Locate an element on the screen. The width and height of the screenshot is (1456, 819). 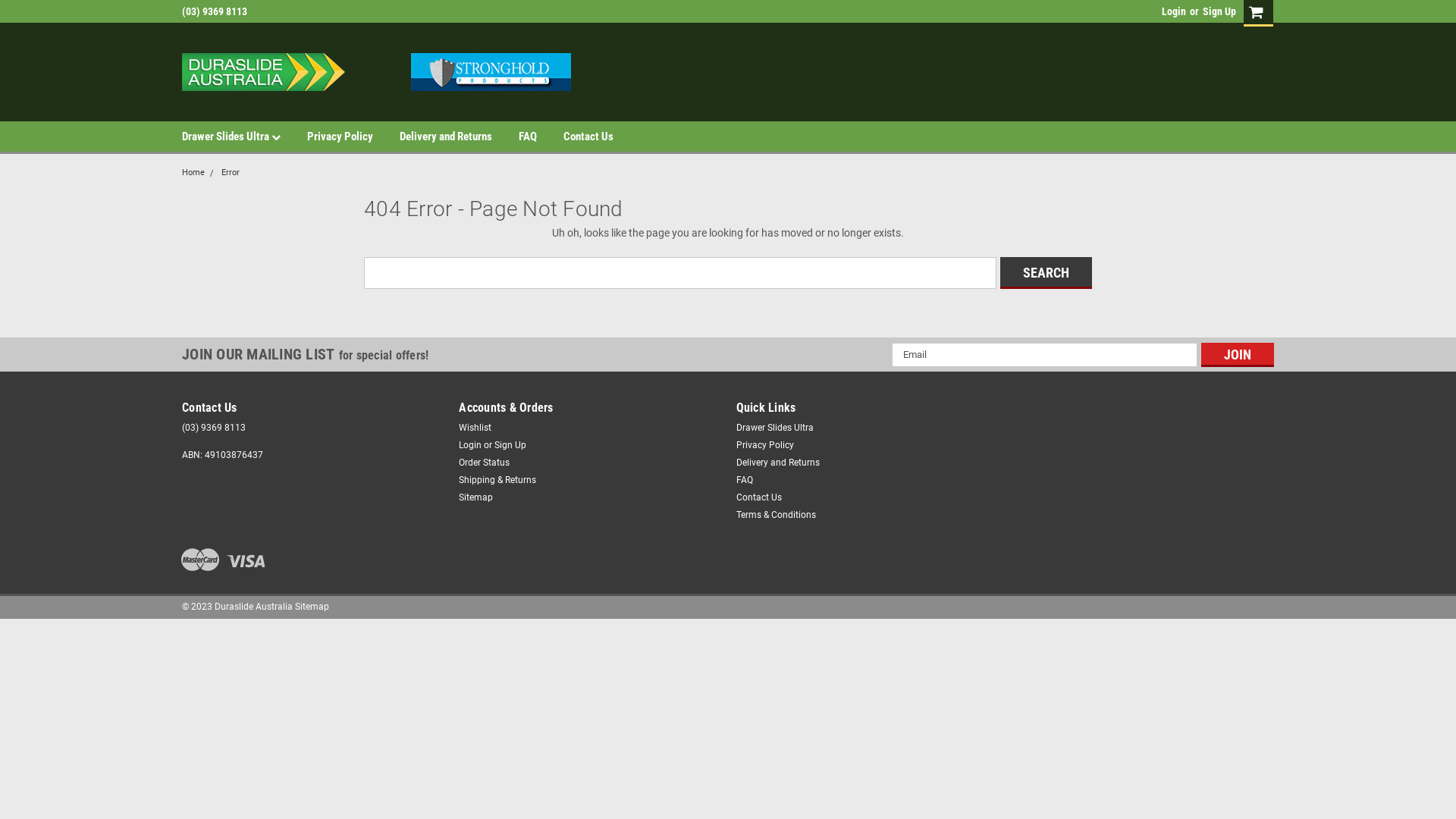
'Wishlist' is located at coordinates (474, 427).